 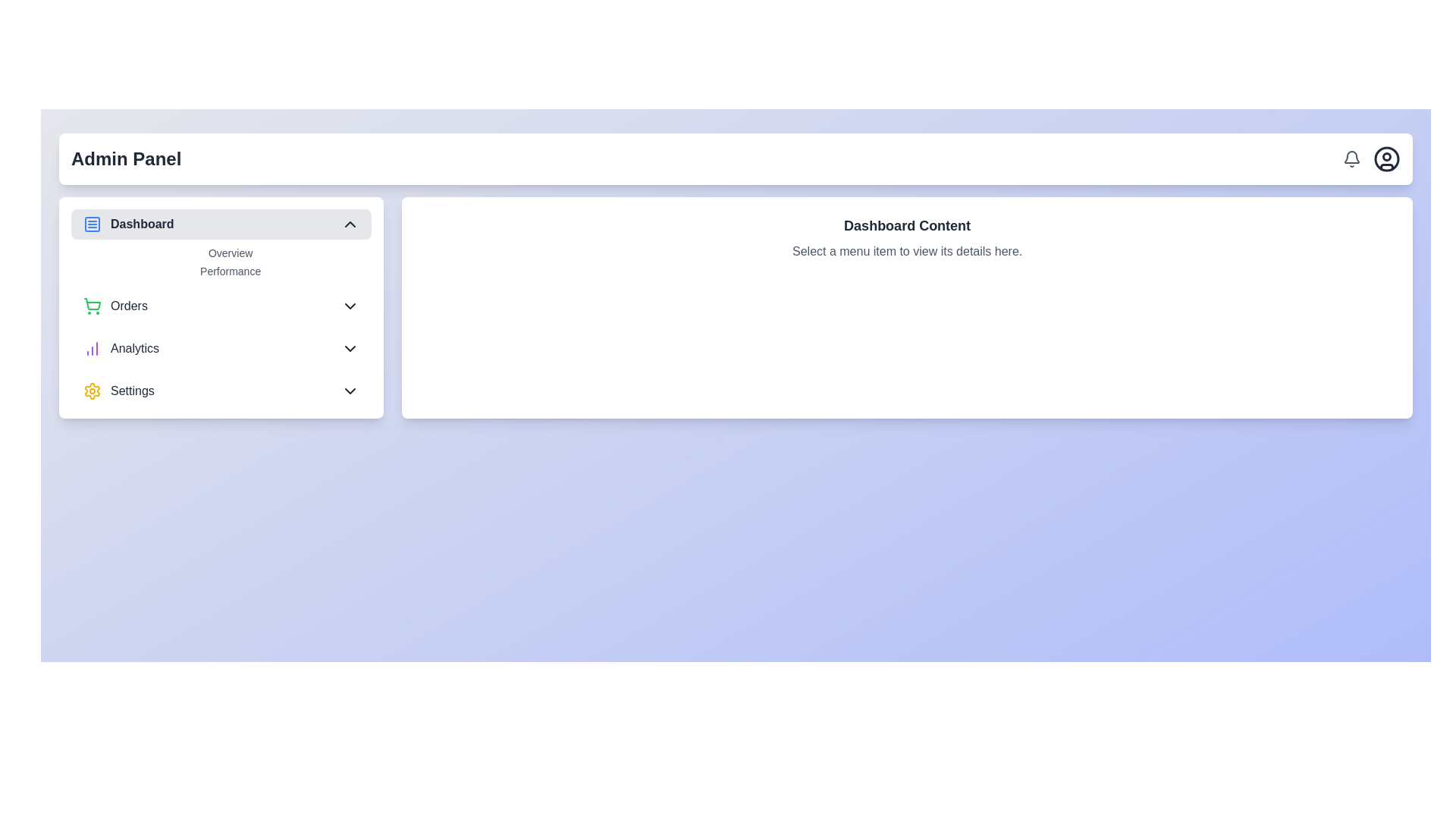 What do you see at coordinates (91, 391) in the screenshot?
I see `the yellow gear-like icon located next to the 'Settings' text in the left-side navigation menu for visual reference` at bounding box center [91, 391].